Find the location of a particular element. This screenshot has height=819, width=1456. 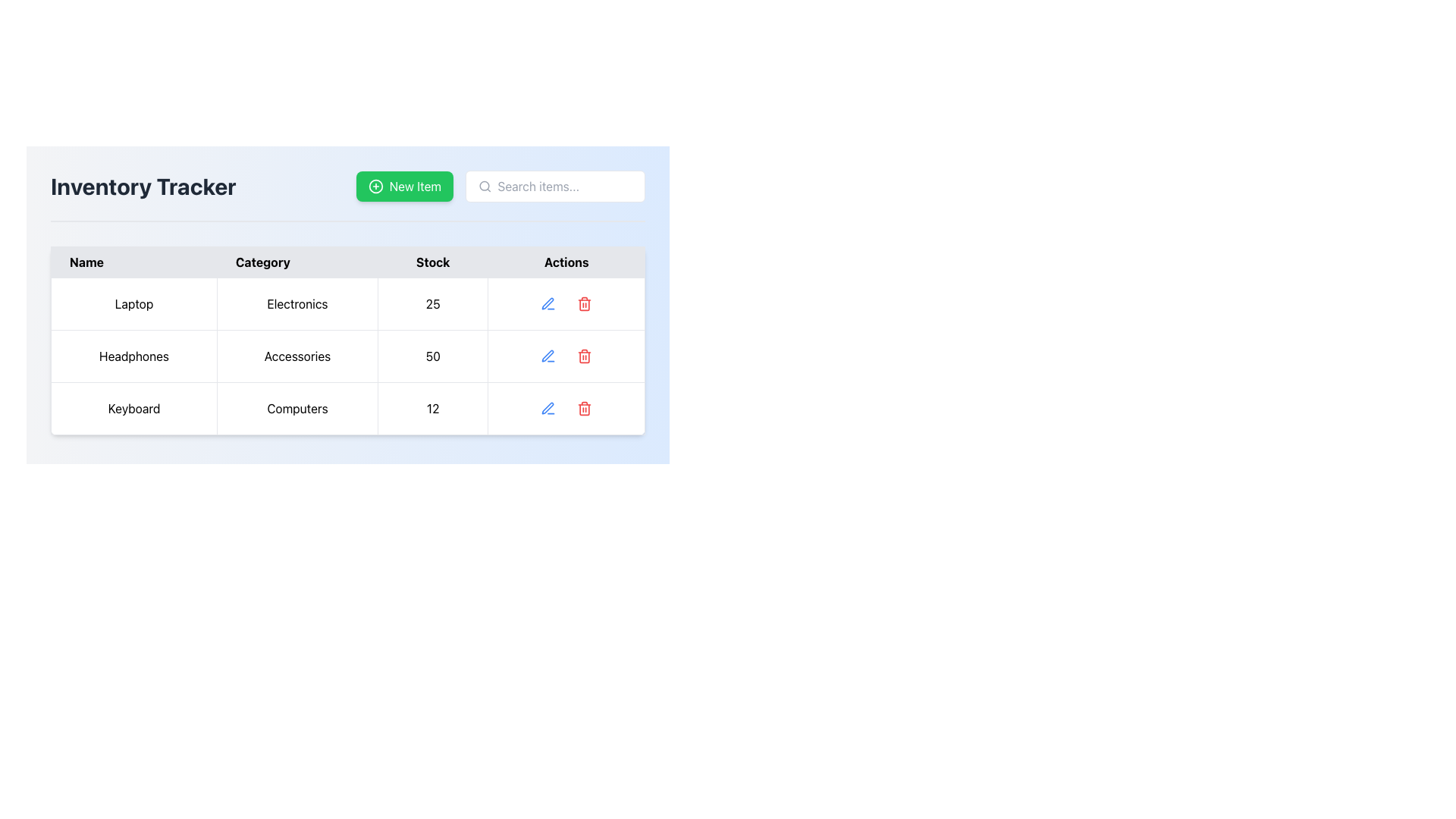

the red trash bin icon in the second row of the table's 'Actions' column to initiate deletion is located at coordinates (584, 304).